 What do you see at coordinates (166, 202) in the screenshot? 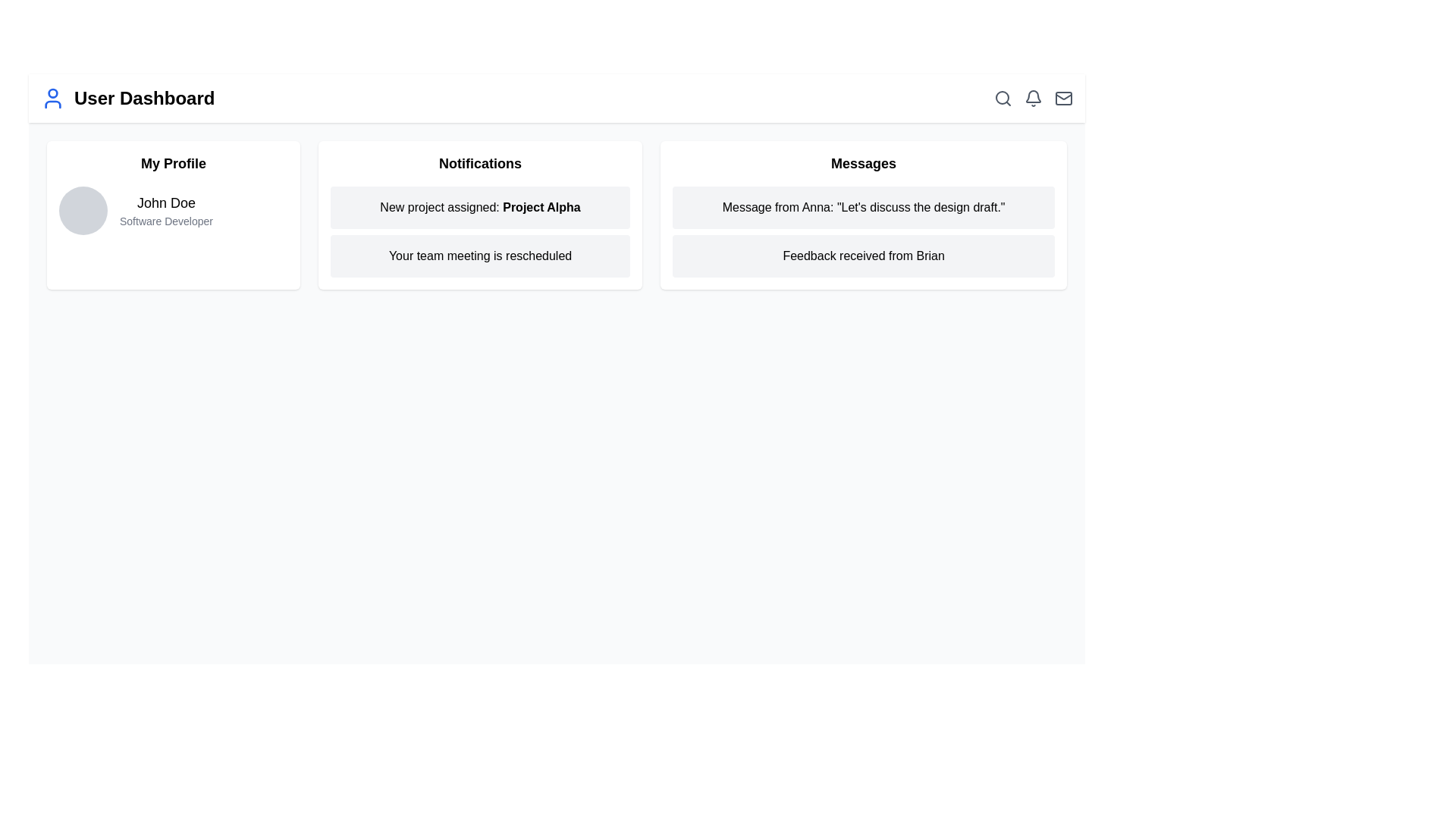
I see `the bold text label displaying the name 'John Doe' located at the top-left area of the 'My Profile' card` at bounding box center [166, 202].